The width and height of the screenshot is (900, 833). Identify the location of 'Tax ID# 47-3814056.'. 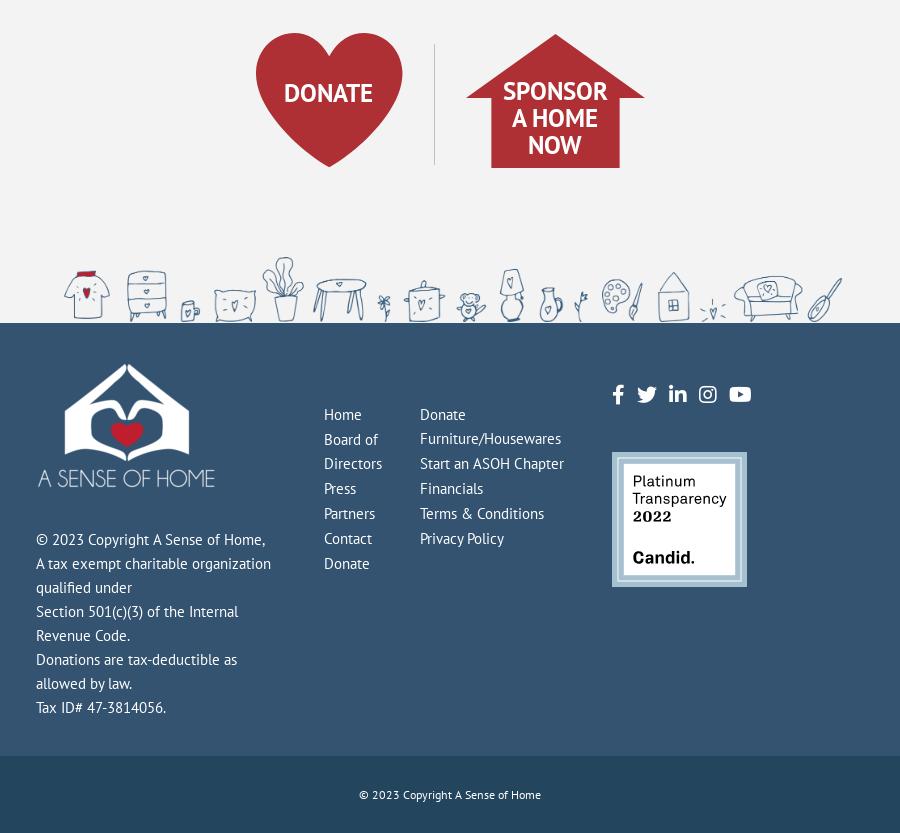
(99, 706).